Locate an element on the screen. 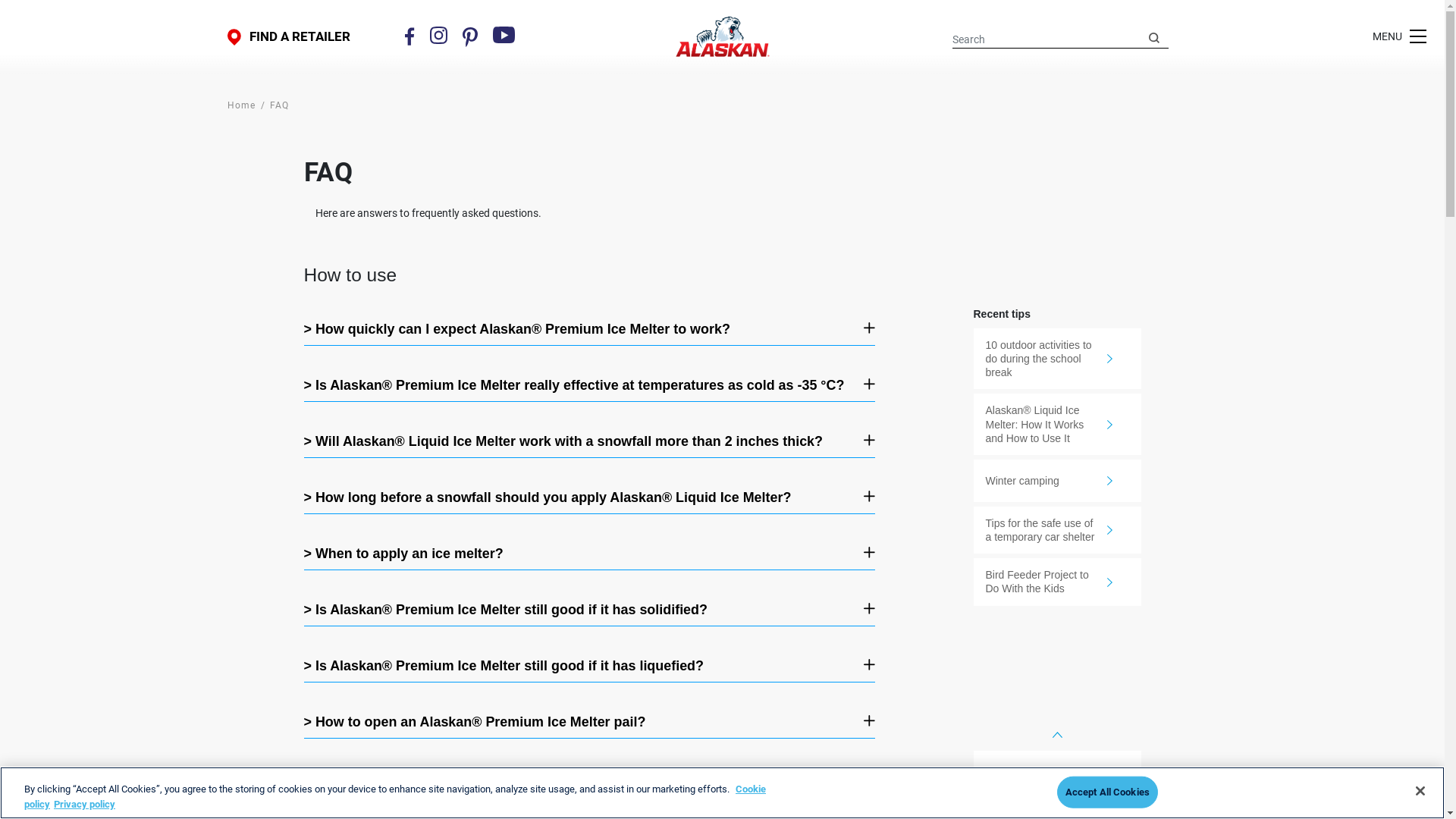 The height and width of the screenshot is (819, 1456). 'Winter camping' is located at coordinates (1056, 480).